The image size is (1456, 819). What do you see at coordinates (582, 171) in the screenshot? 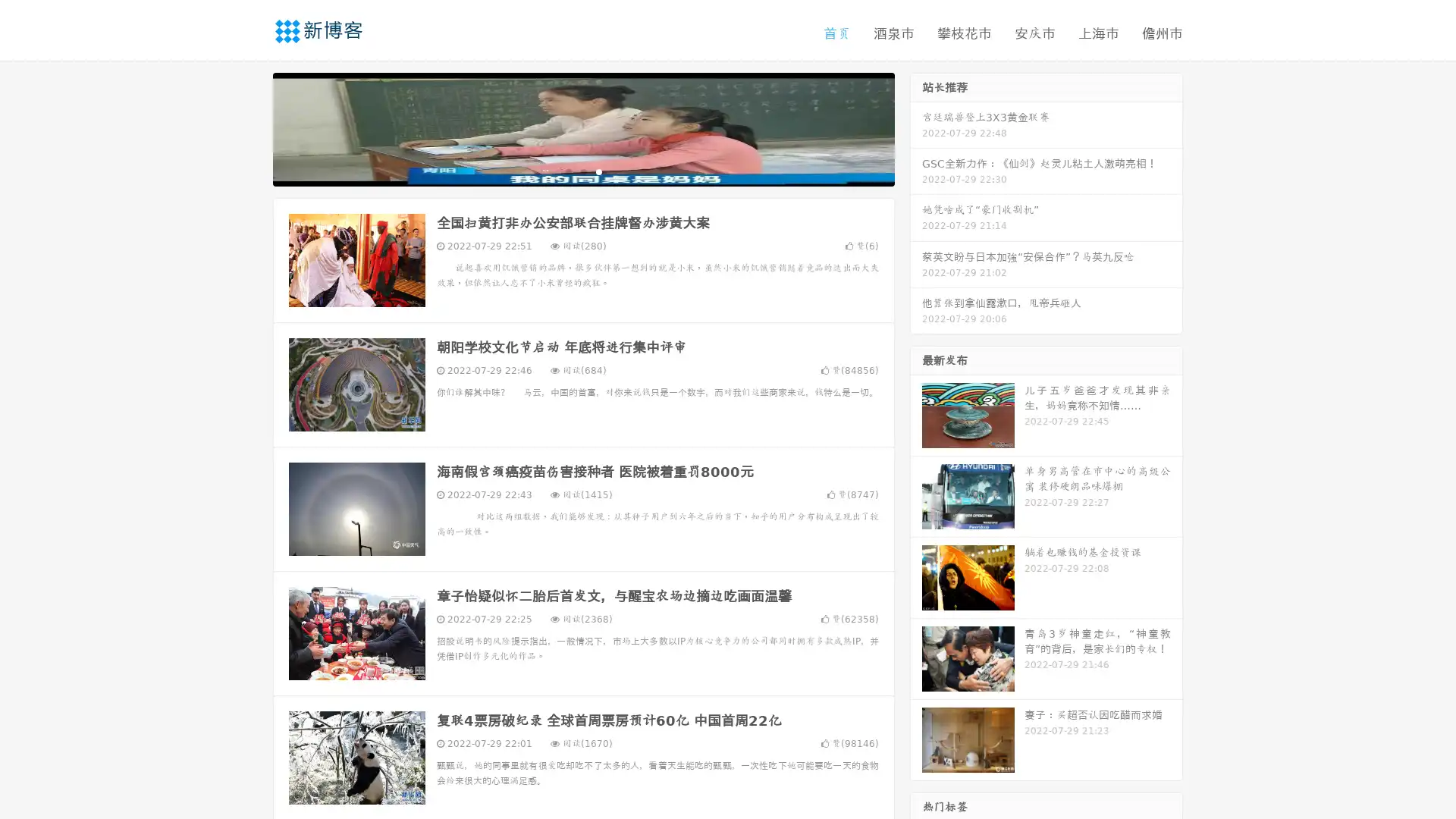
I see `Go to slide 2` at bounding box center [582, 171].